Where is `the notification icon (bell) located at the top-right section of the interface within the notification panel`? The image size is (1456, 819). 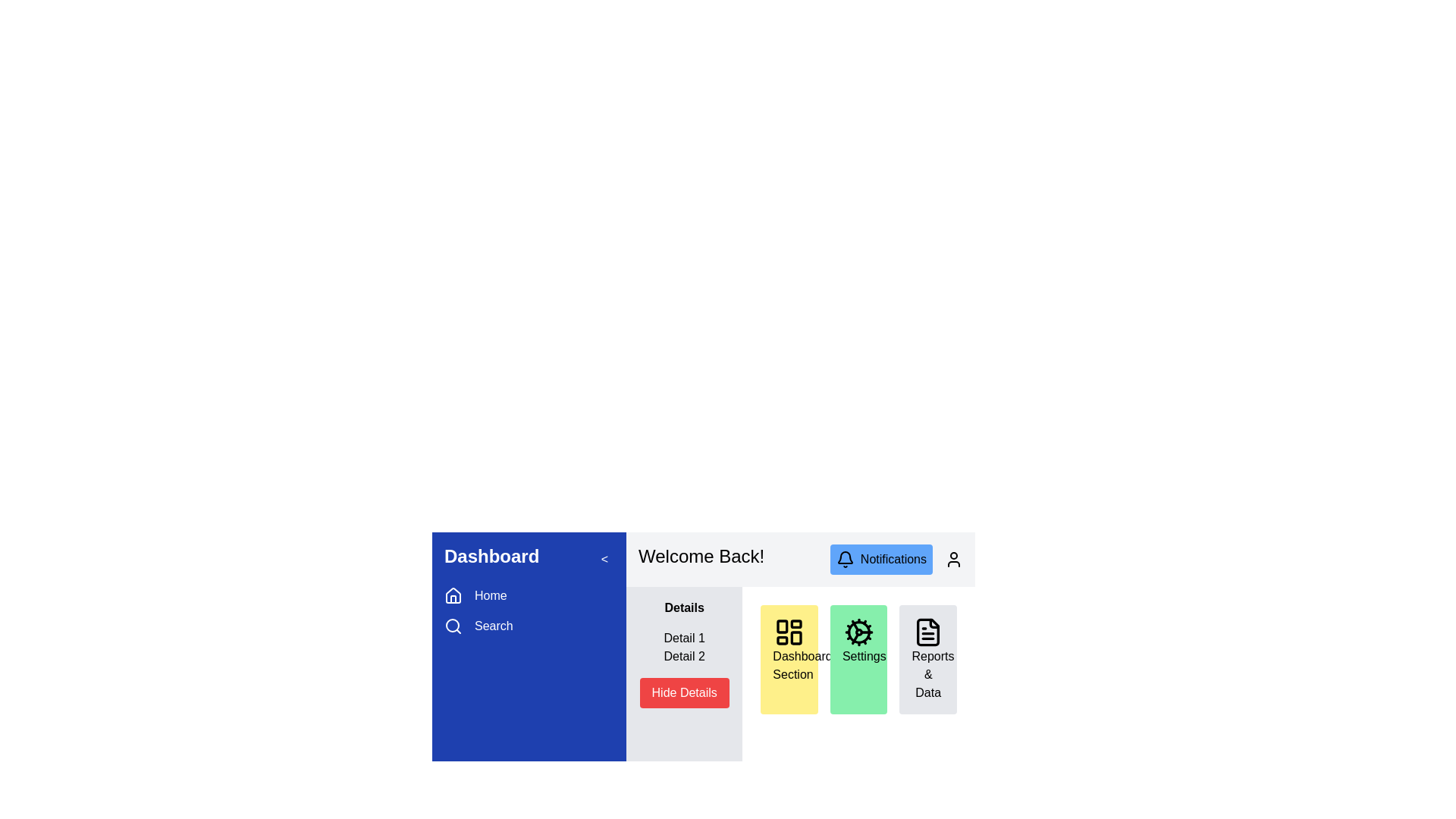 the notification icon (bell) located at the top-right section of the interface within the notification panel is located at coordinates (844, 557).